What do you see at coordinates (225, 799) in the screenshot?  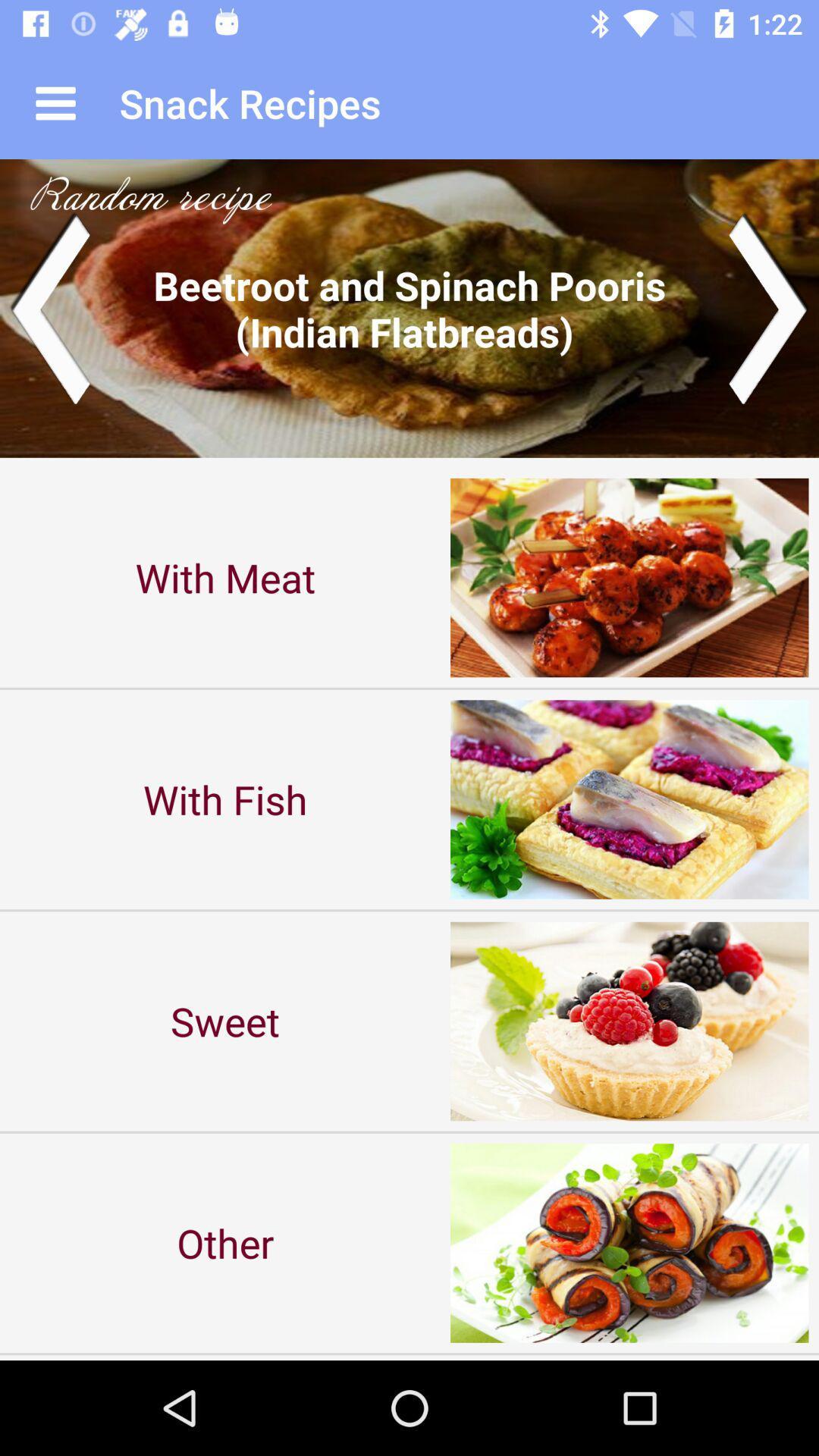 I see `item below the with meat` at bounding box center [225, 799].